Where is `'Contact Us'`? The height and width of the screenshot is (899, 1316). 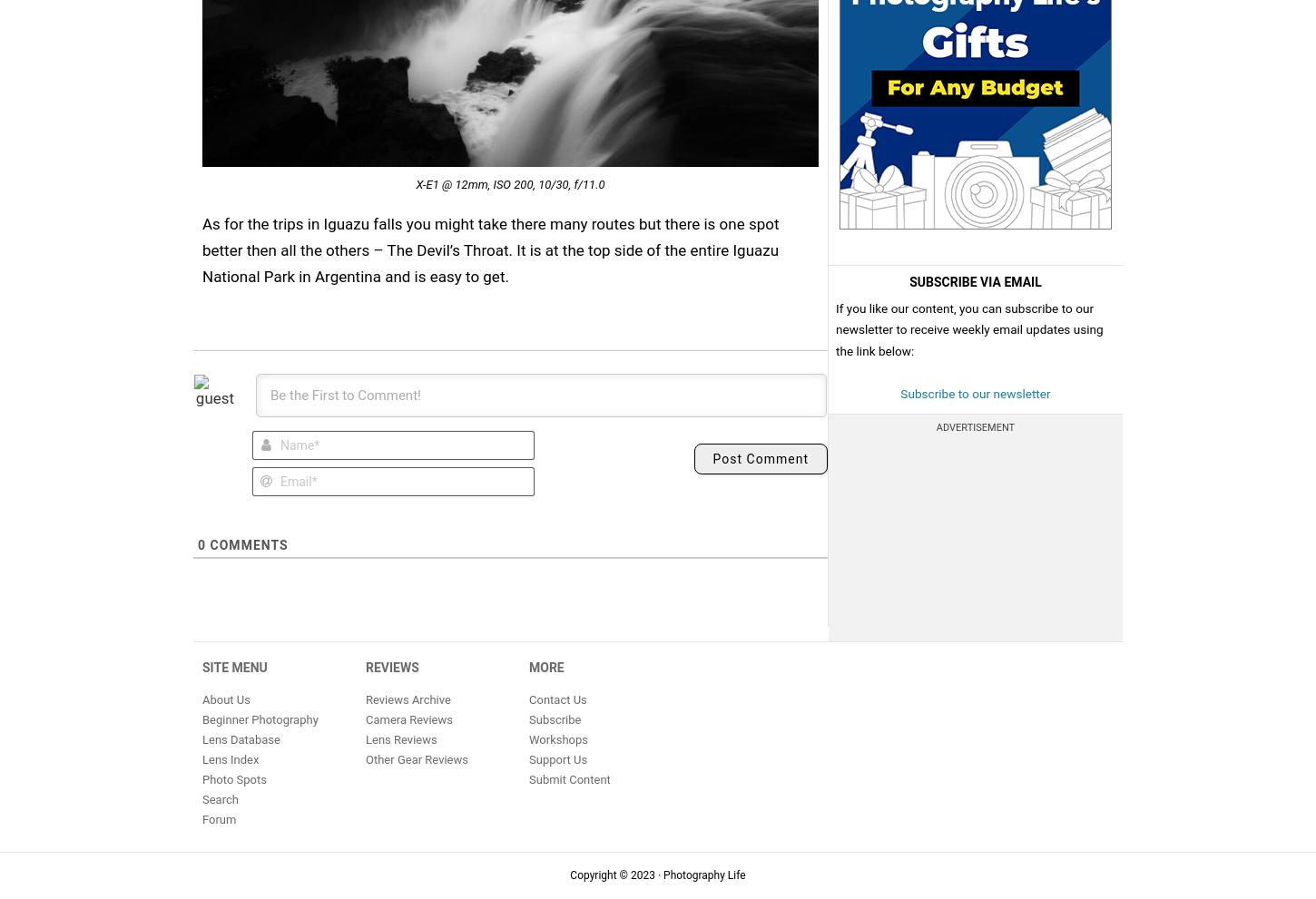
'Contact Us' is located at coordinates (556, 699).